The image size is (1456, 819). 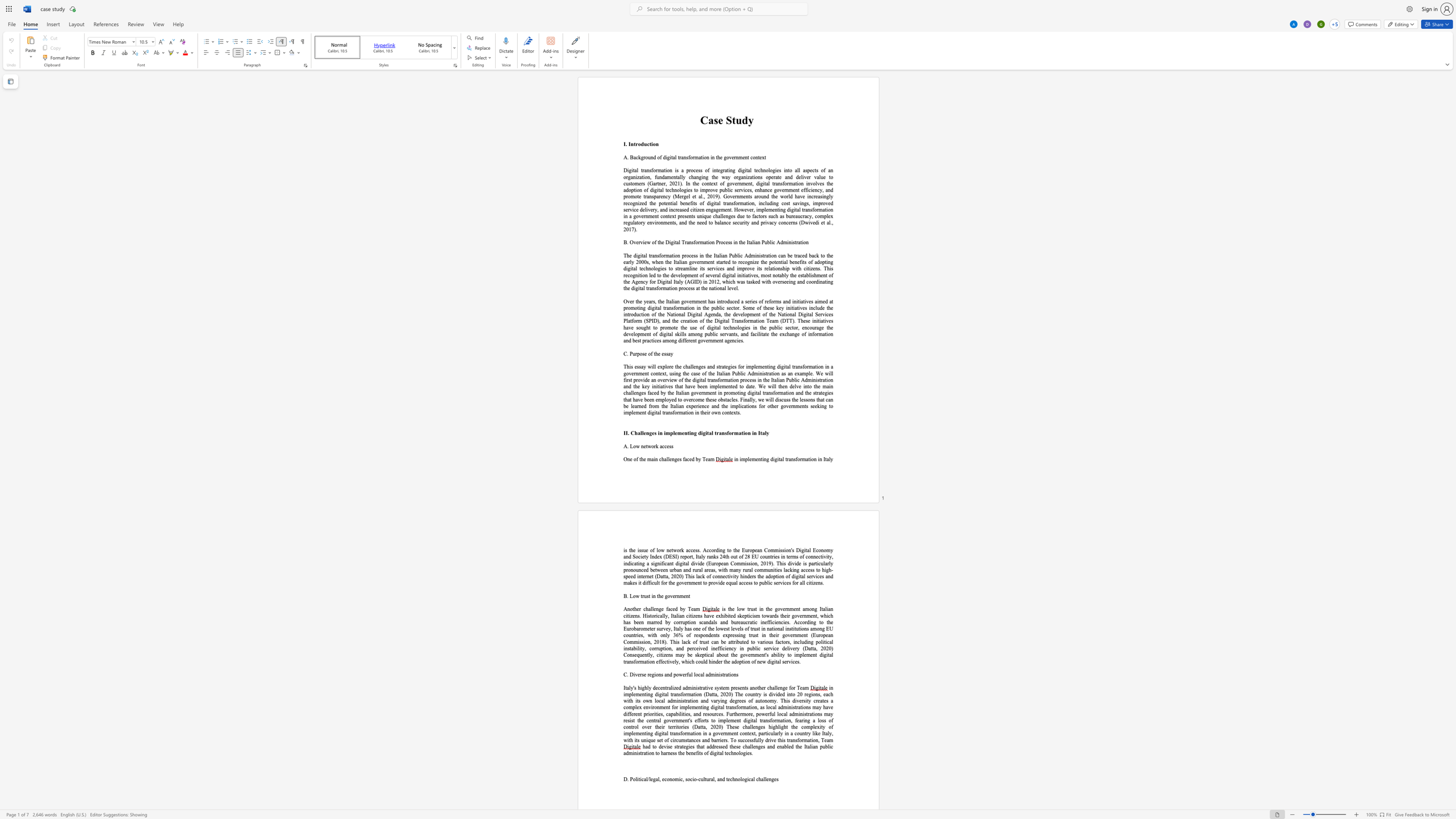 What do you see at coordinates (821, 720) in the screenshot?
I see `the space between the continuous character "o" and "s" in the text` at bounding box center [821, 720].